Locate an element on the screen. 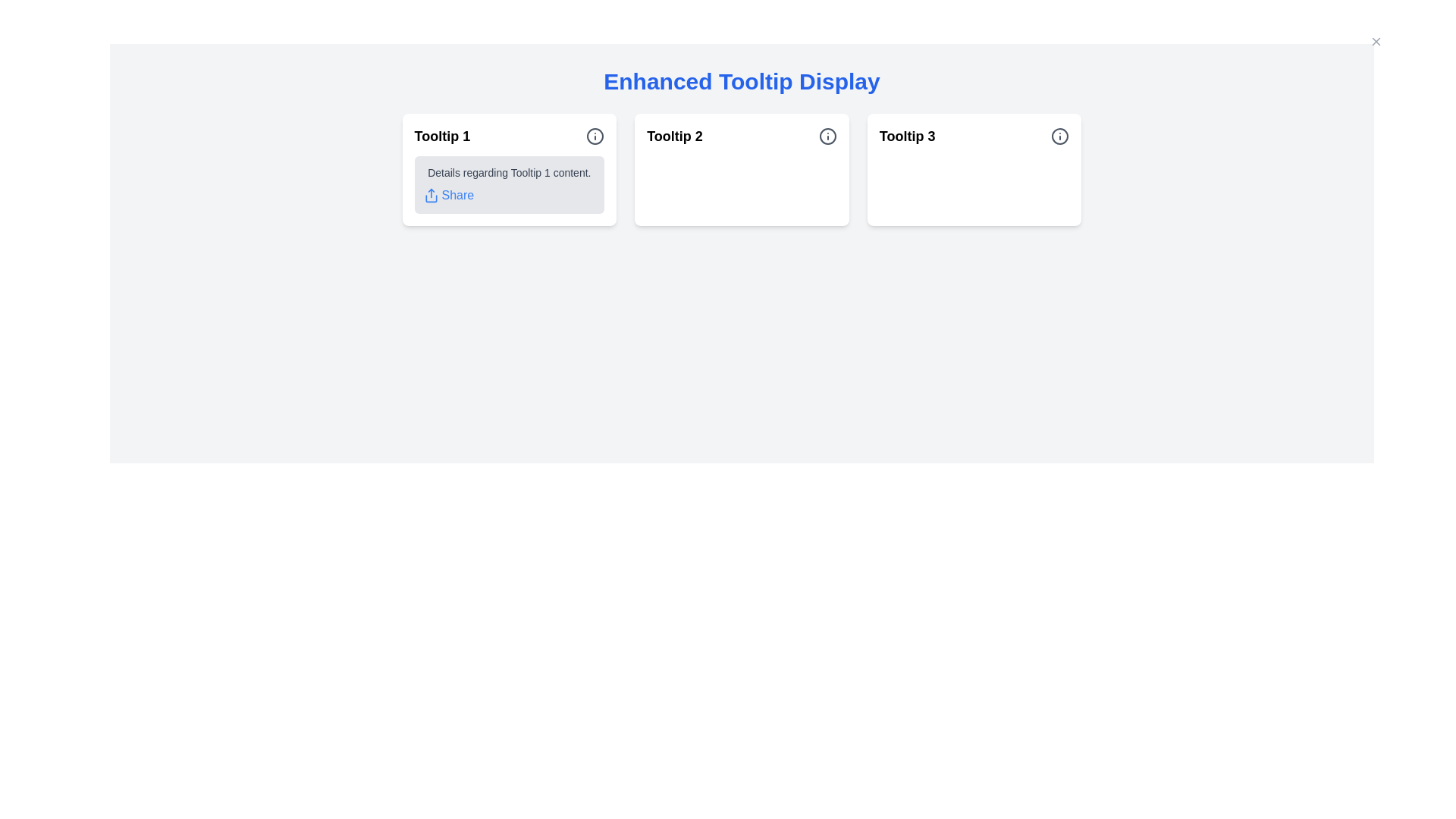 The height and width of the screenshot is (819, 1456). the circular Icon component located in the 'Tooltip 2' section is located at coordinates (827, 136).